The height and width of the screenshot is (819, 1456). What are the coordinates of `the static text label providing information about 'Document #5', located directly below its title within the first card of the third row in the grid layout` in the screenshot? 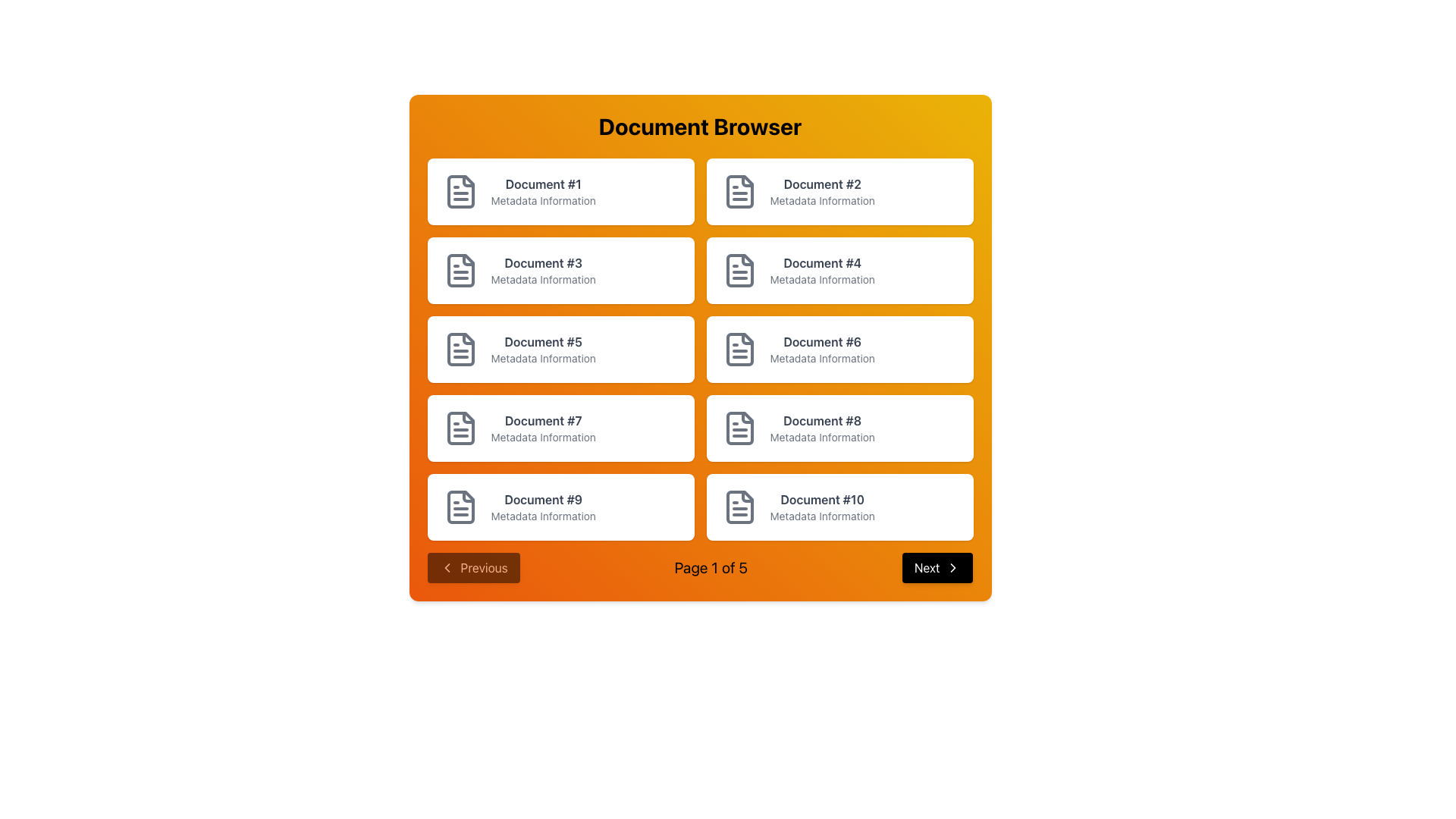 It's located at (543, 359).